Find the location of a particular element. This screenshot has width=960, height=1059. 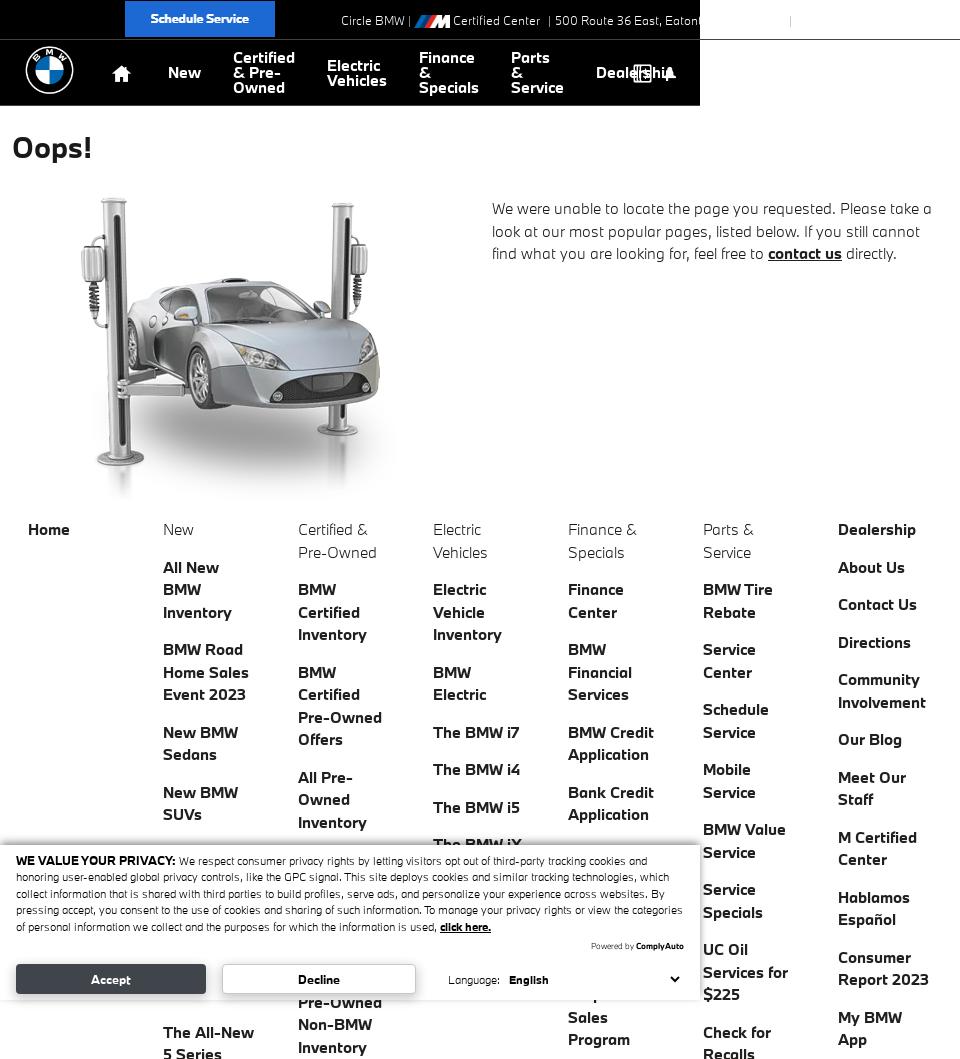

'BMW Value Service' is located at coordinates (743, 838).